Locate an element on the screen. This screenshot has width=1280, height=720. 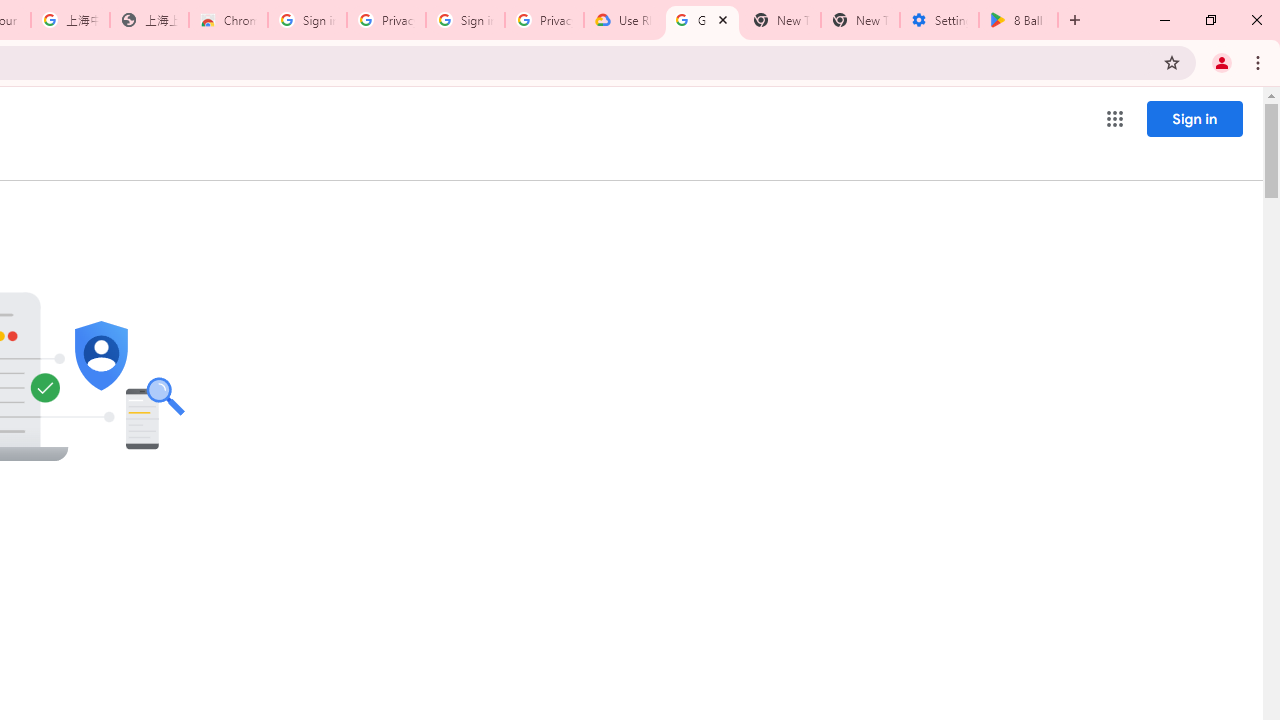
'New Tab' is located at coordinates (860, 20).